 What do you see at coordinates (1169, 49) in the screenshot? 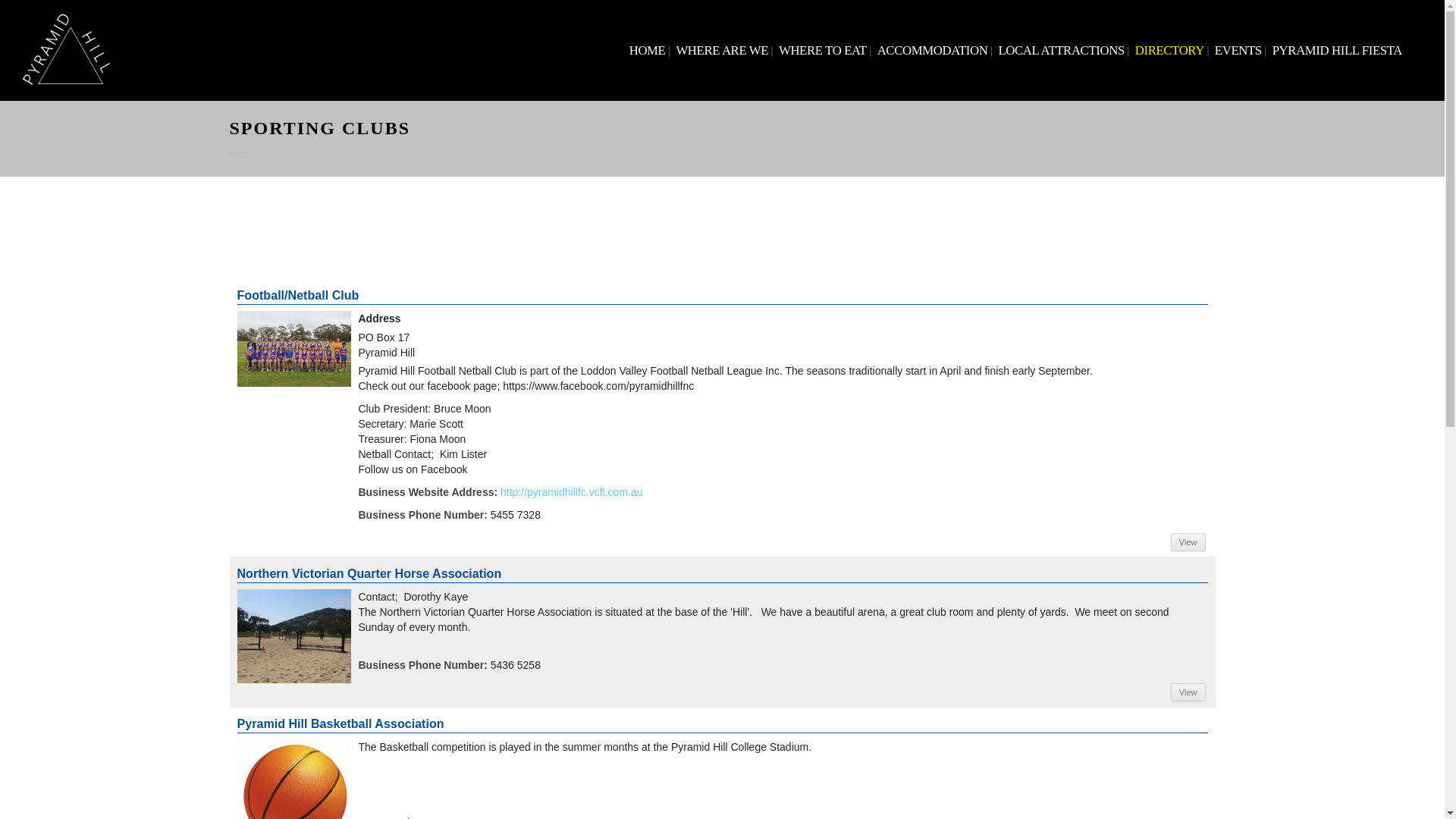
I see `'DIRECTORY'` at bounding box center [1169, 49].